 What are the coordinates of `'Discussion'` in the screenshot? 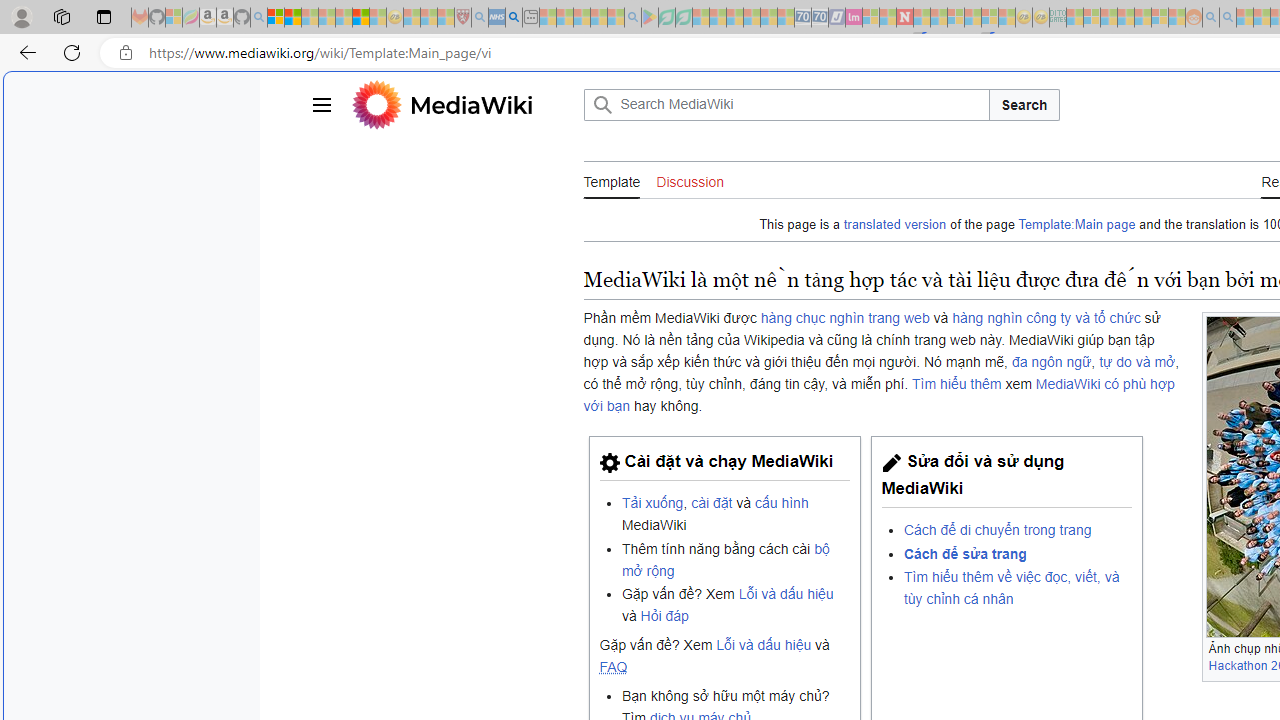 It's located at (689, 181).